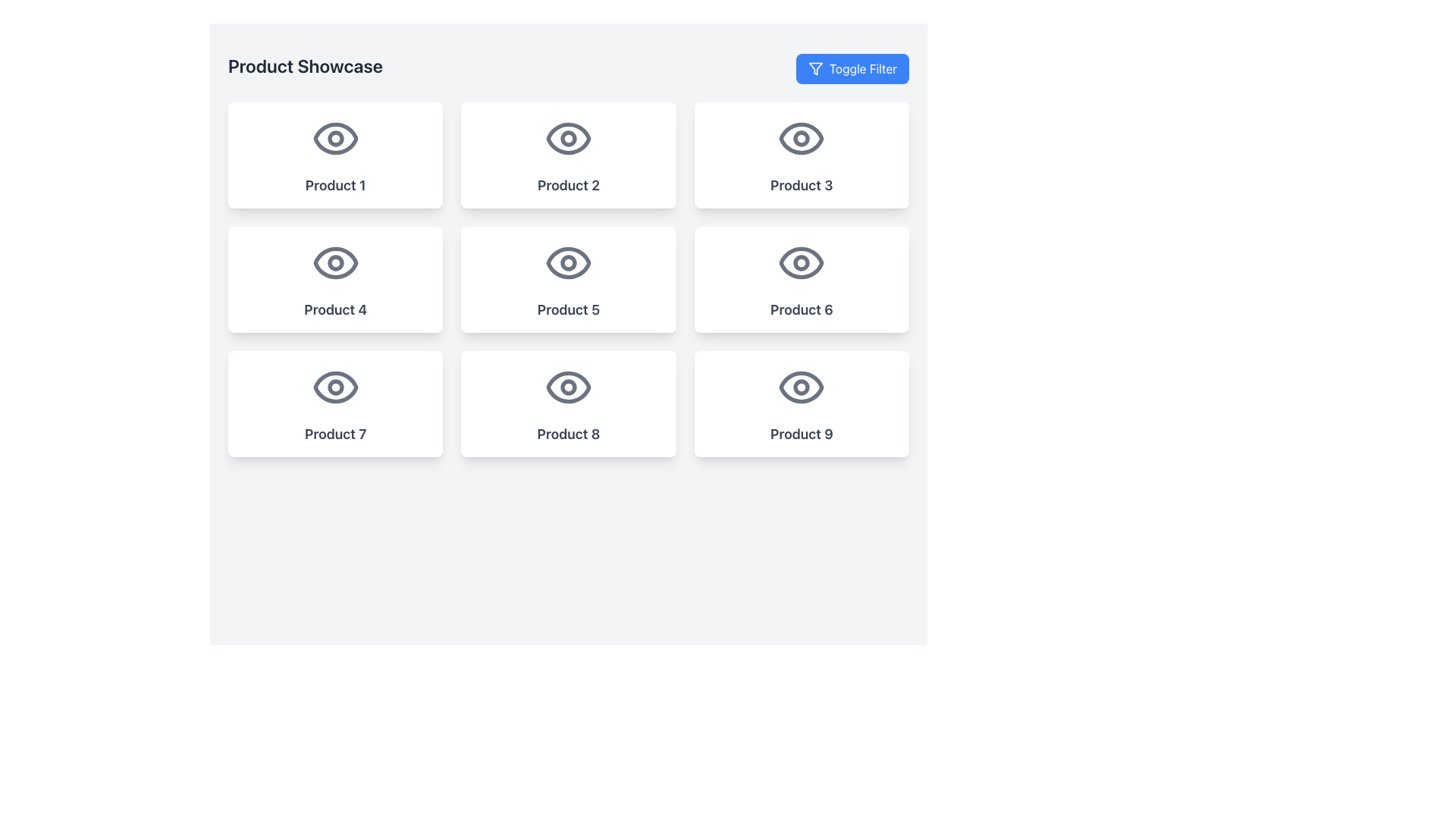  I want to click on the gray eye-shaped icon above the text 'Product 1', so click(334, 138).